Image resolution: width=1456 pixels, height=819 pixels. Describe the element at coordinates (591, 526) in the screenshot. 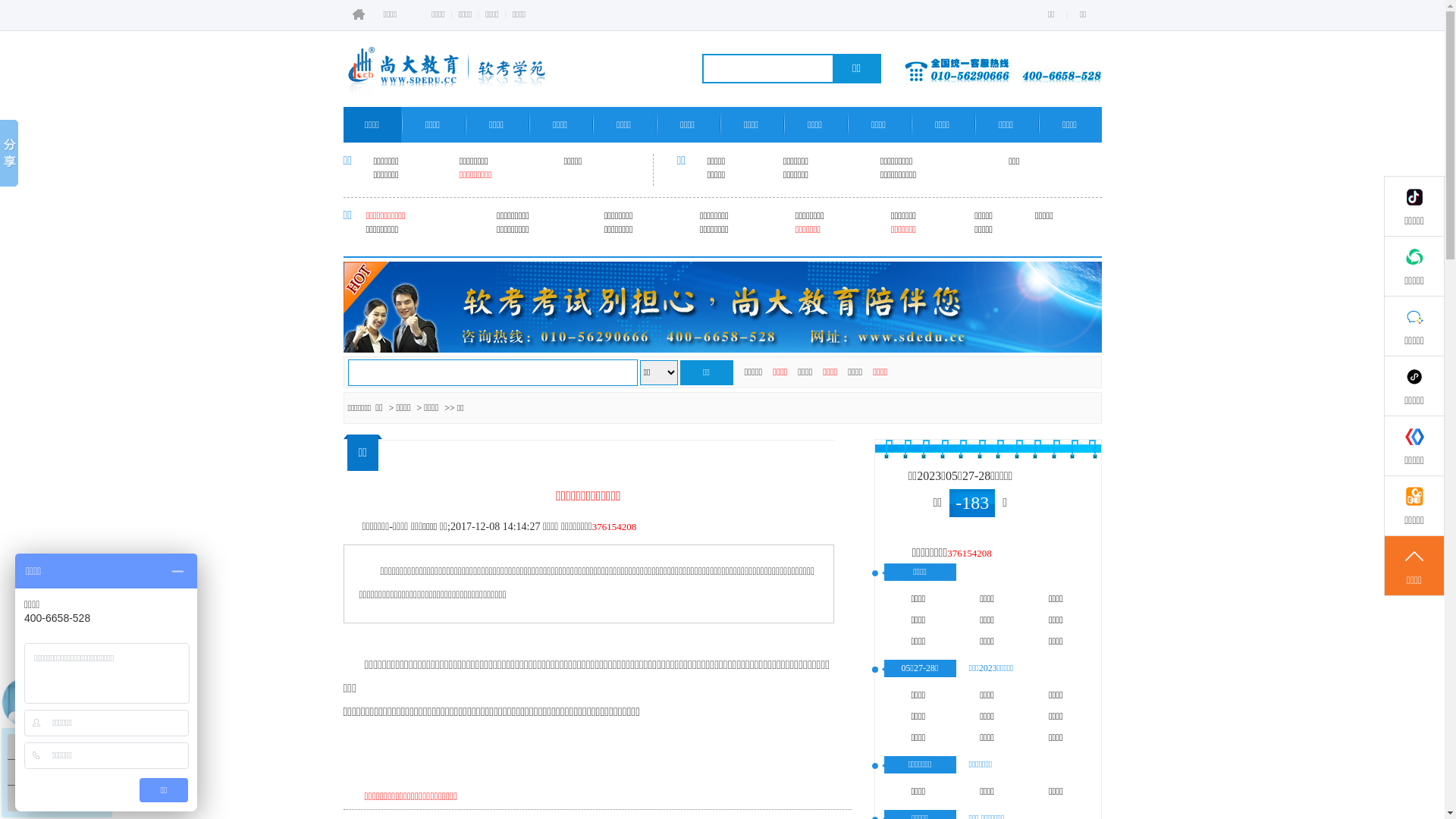

I see `'376154208'` at that location.